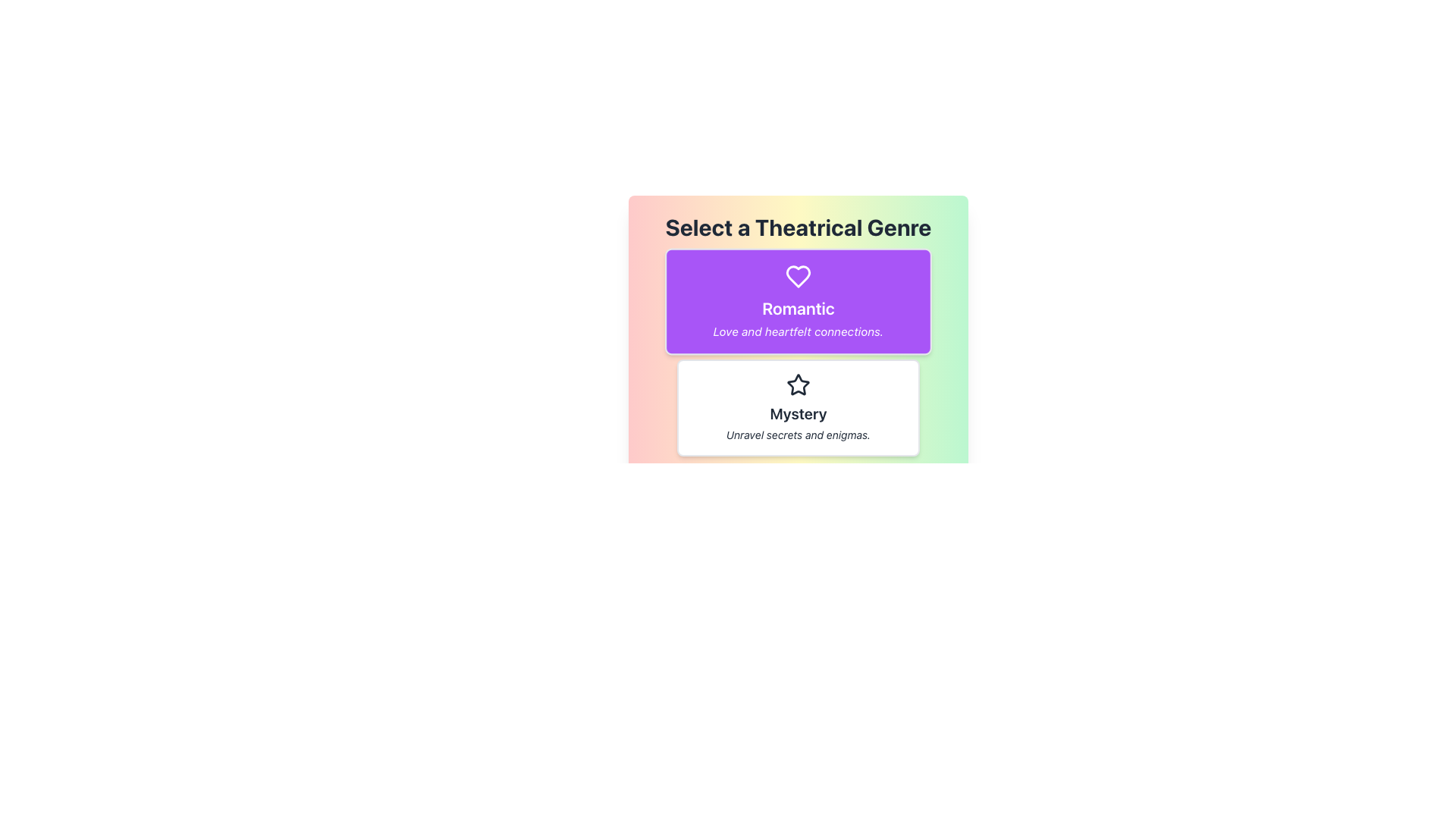 Image resolution: width=1456 pixels, height=819 pixels. What do you see at coordinates (797, 277) in the screenshot?
I see `the heart icon representing the 'Romantic' genre, which is centrally aligned within the purple section of the top card labeled 'Romantic'` at bounding box center [797, 277].